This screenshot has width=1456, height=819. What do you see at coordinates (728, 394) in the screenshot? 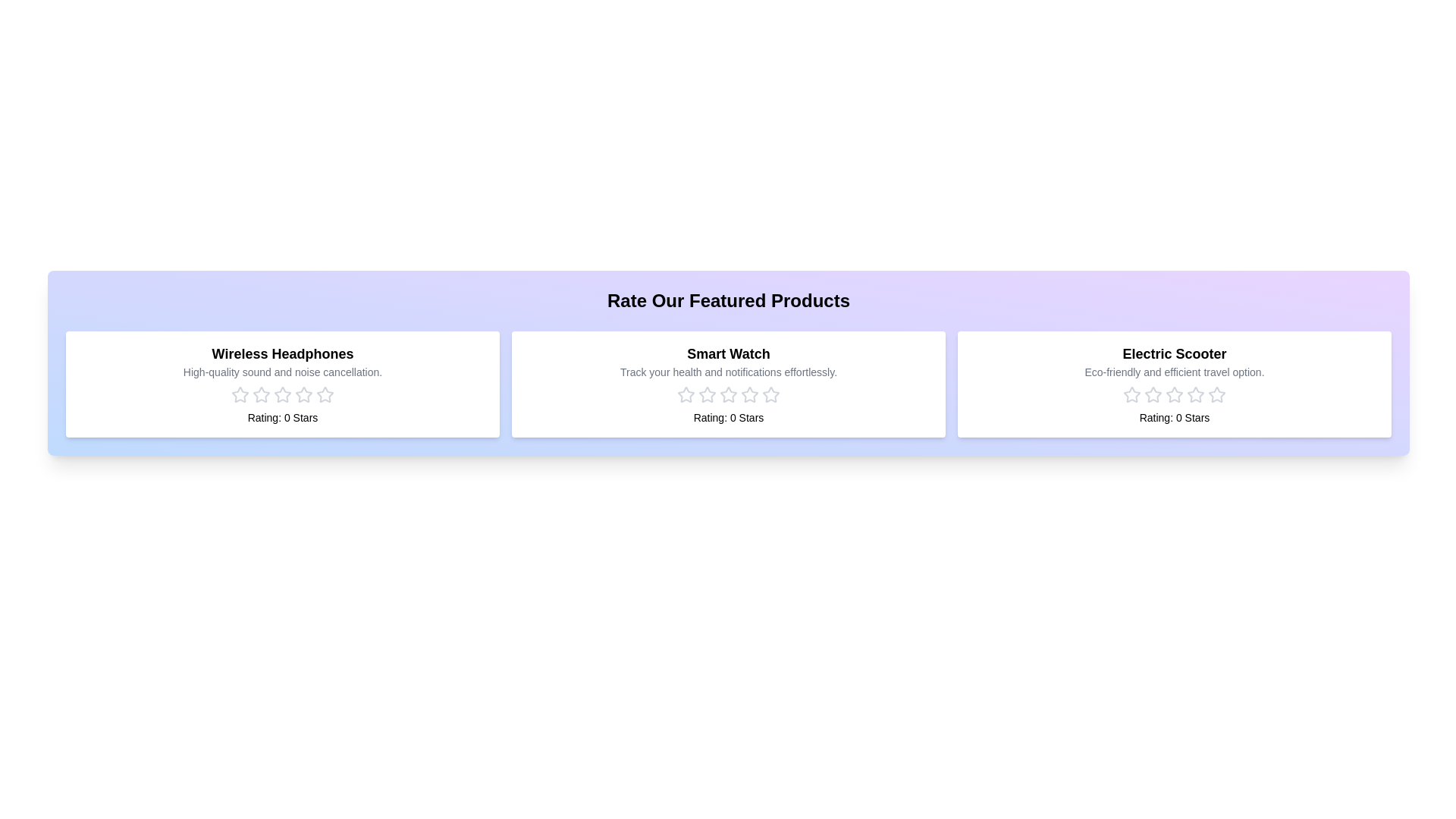
I see `the rating for the product 'Smart Watch' to 3 stars by clicking on the corresponding star` at bounding box center [728, 394].